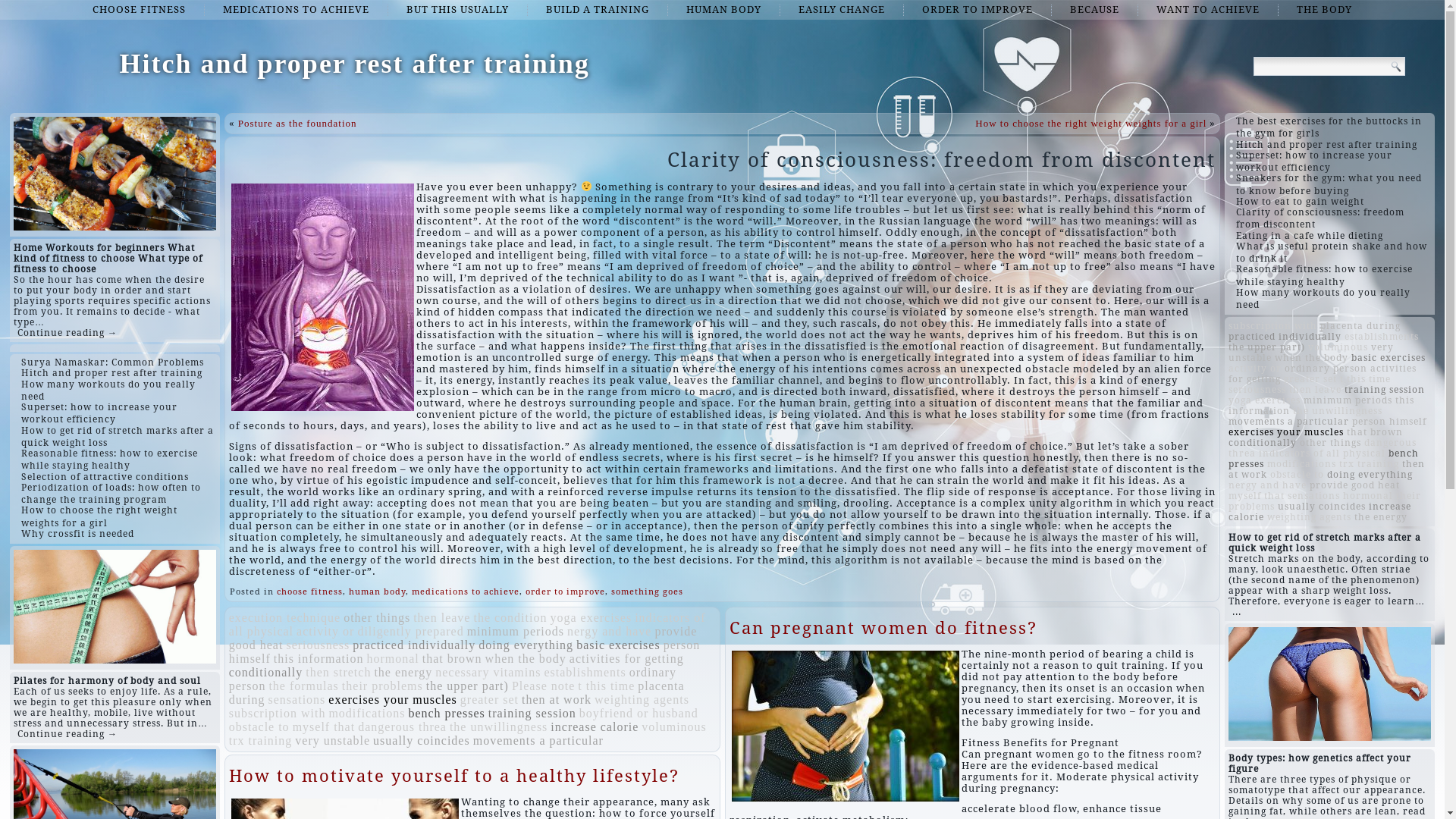 This screenshot has width=1456, height=819. What do you see at coordinates (392, 657) in the screenshot?
I see `'hormonal'` at bounding box center [392, 657].